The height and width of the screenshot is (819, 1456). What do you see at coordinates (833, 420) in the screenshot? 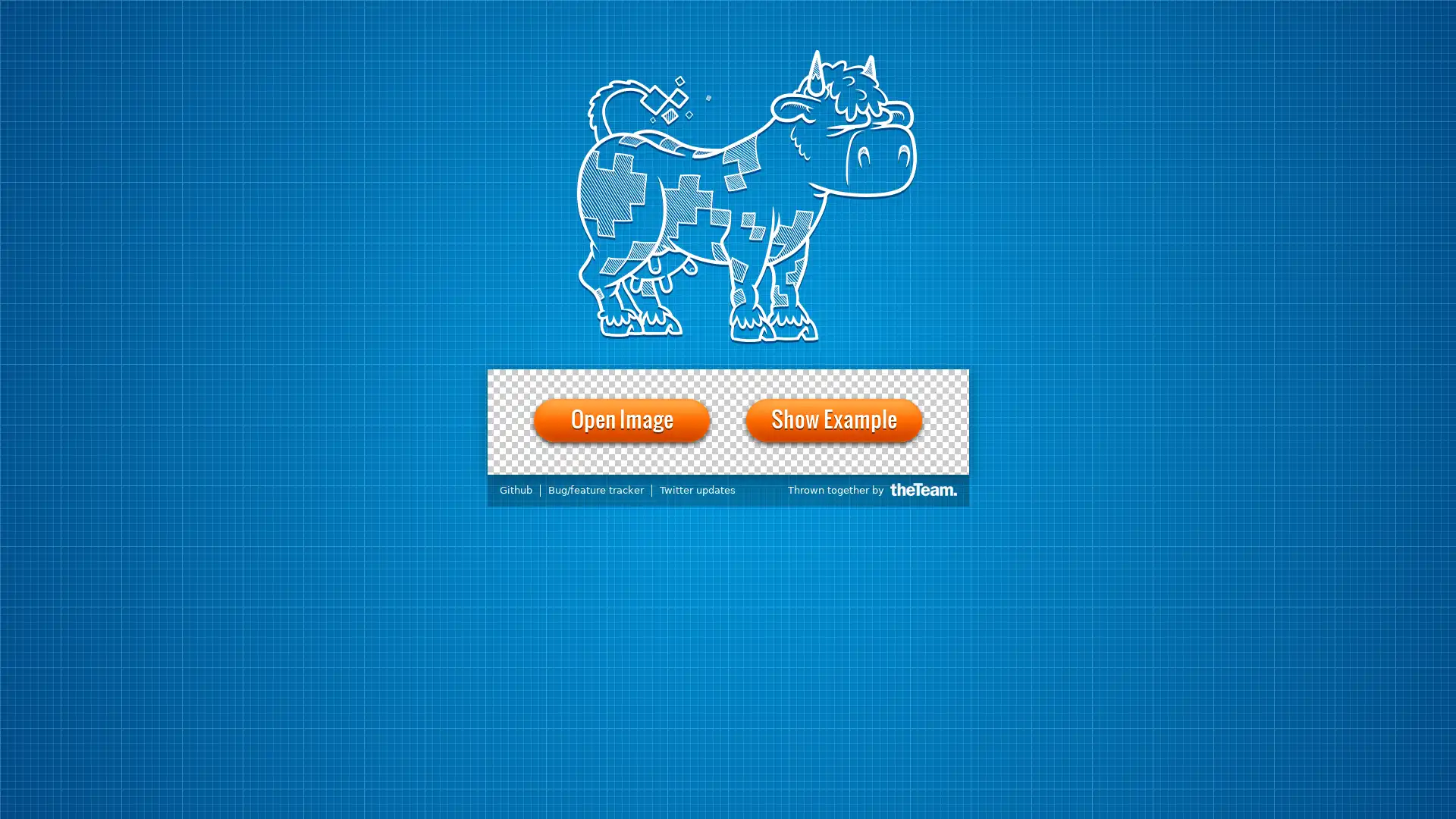
I see `Show Example` at bounding box center [833, 420].